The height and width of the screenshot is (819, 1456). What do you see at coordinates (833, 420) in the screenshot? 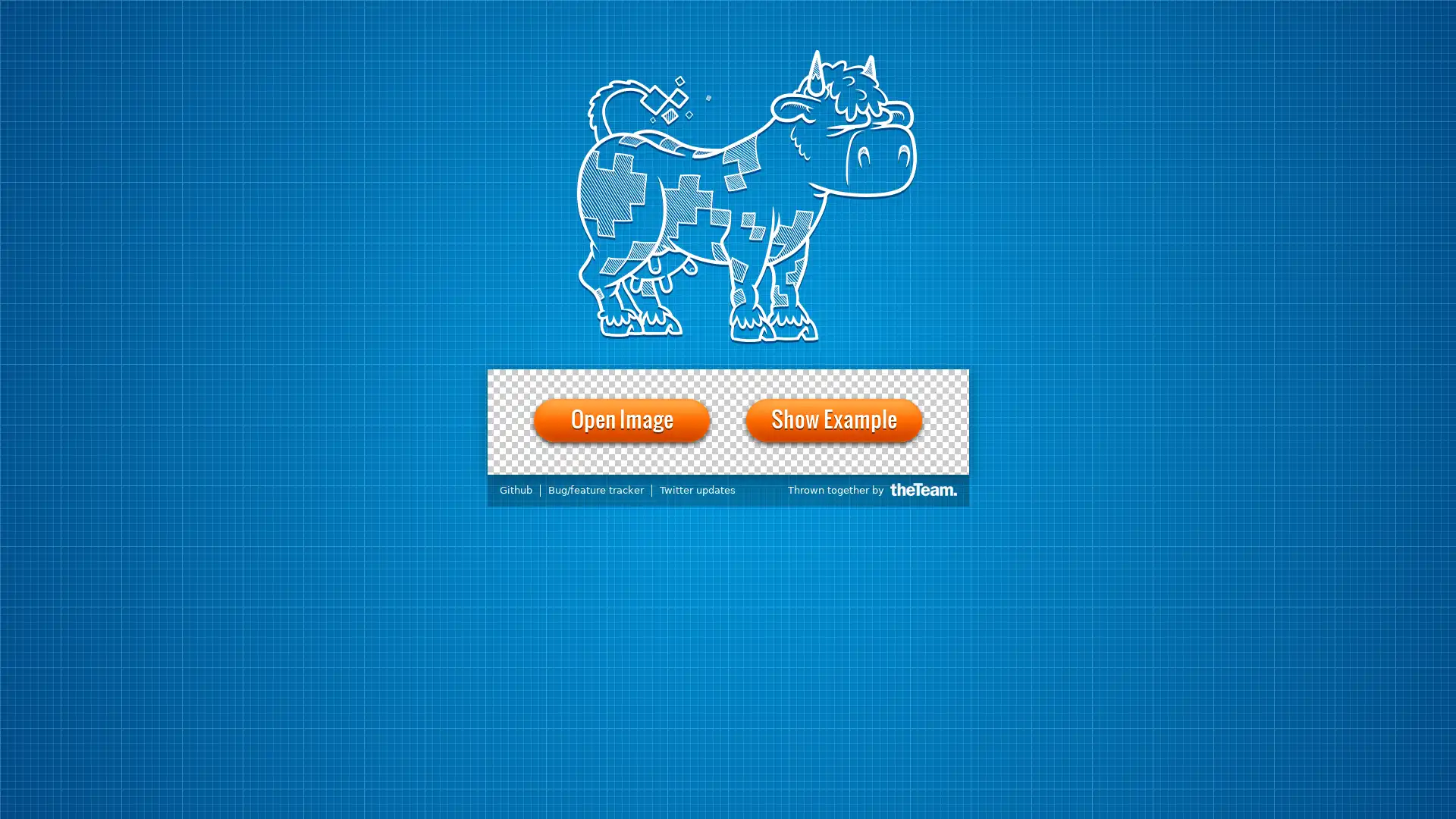
I see `Show Example` at bounding box center [833, 420].